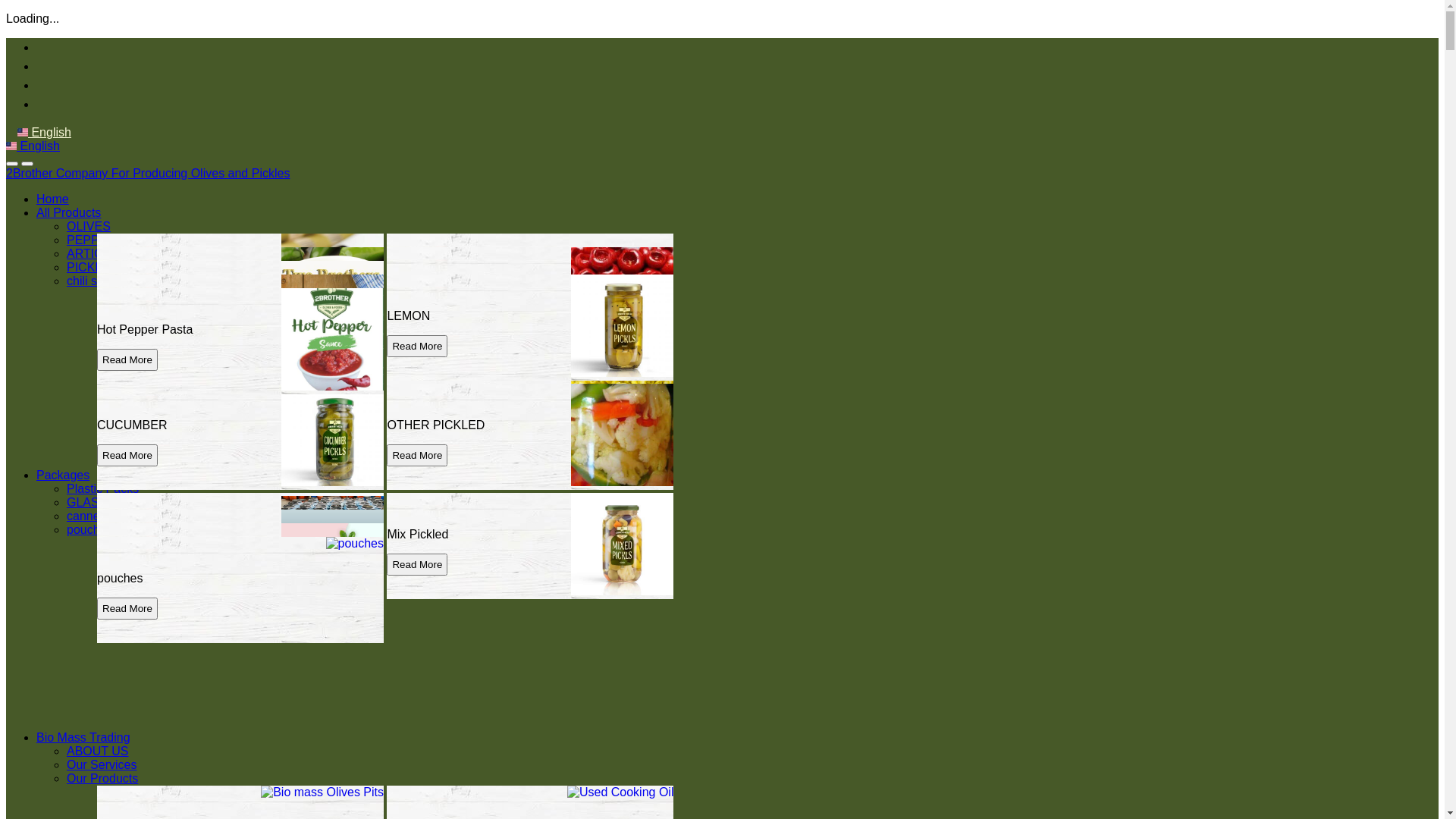 This screenshot has width=1456, height=819. What do you see at coordinates (96, 300) in the screenshot?
I see `'JALAPENO PEPPER` at bounding box center [96, 300].